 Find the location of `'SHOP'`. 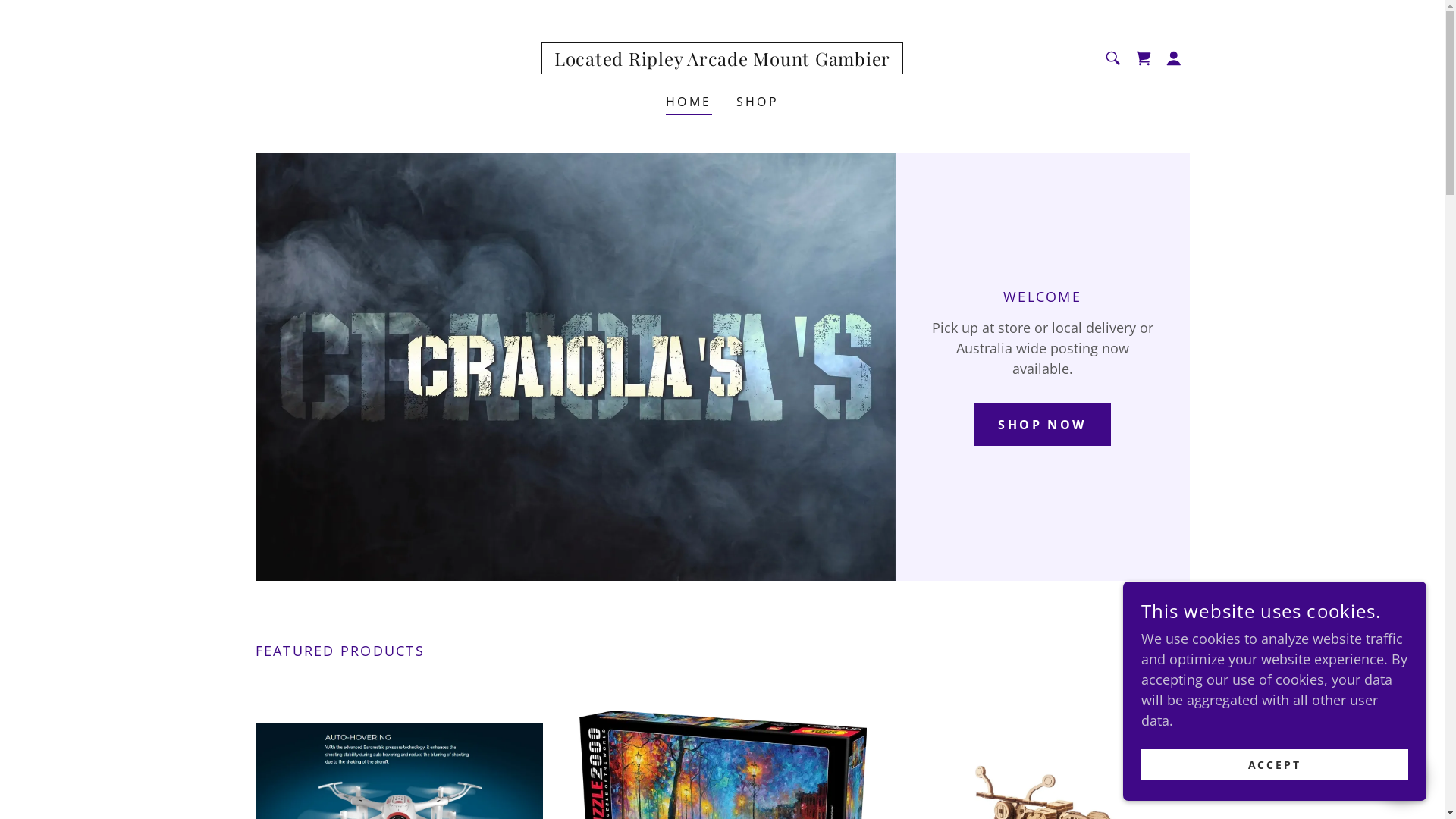

'SHOP' is located at coordinates (757, 102).